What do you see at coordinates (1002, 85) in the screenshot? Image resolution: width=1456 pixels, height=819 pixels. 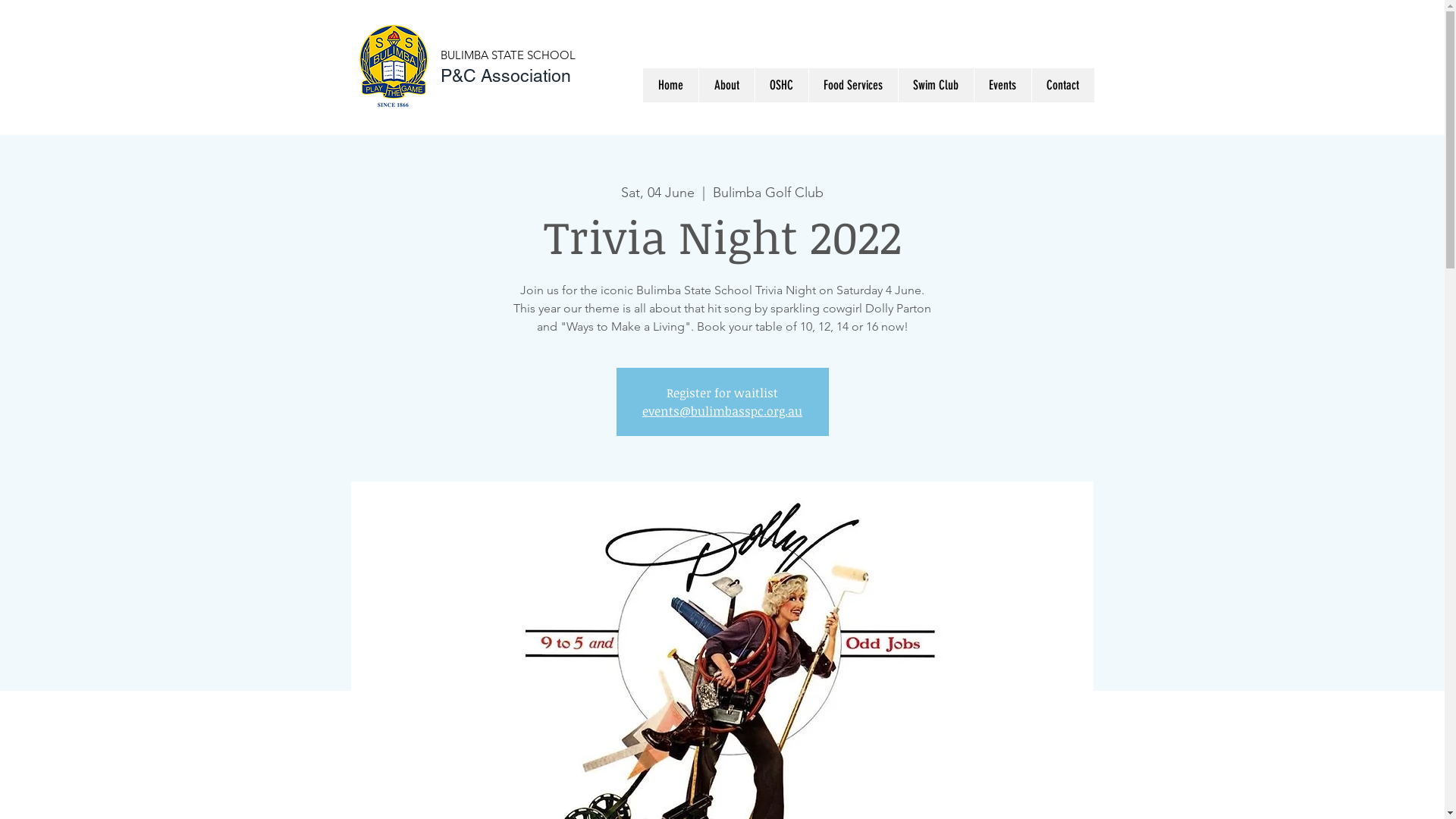 I see `'Events'` at bounding box center [1002, 85].